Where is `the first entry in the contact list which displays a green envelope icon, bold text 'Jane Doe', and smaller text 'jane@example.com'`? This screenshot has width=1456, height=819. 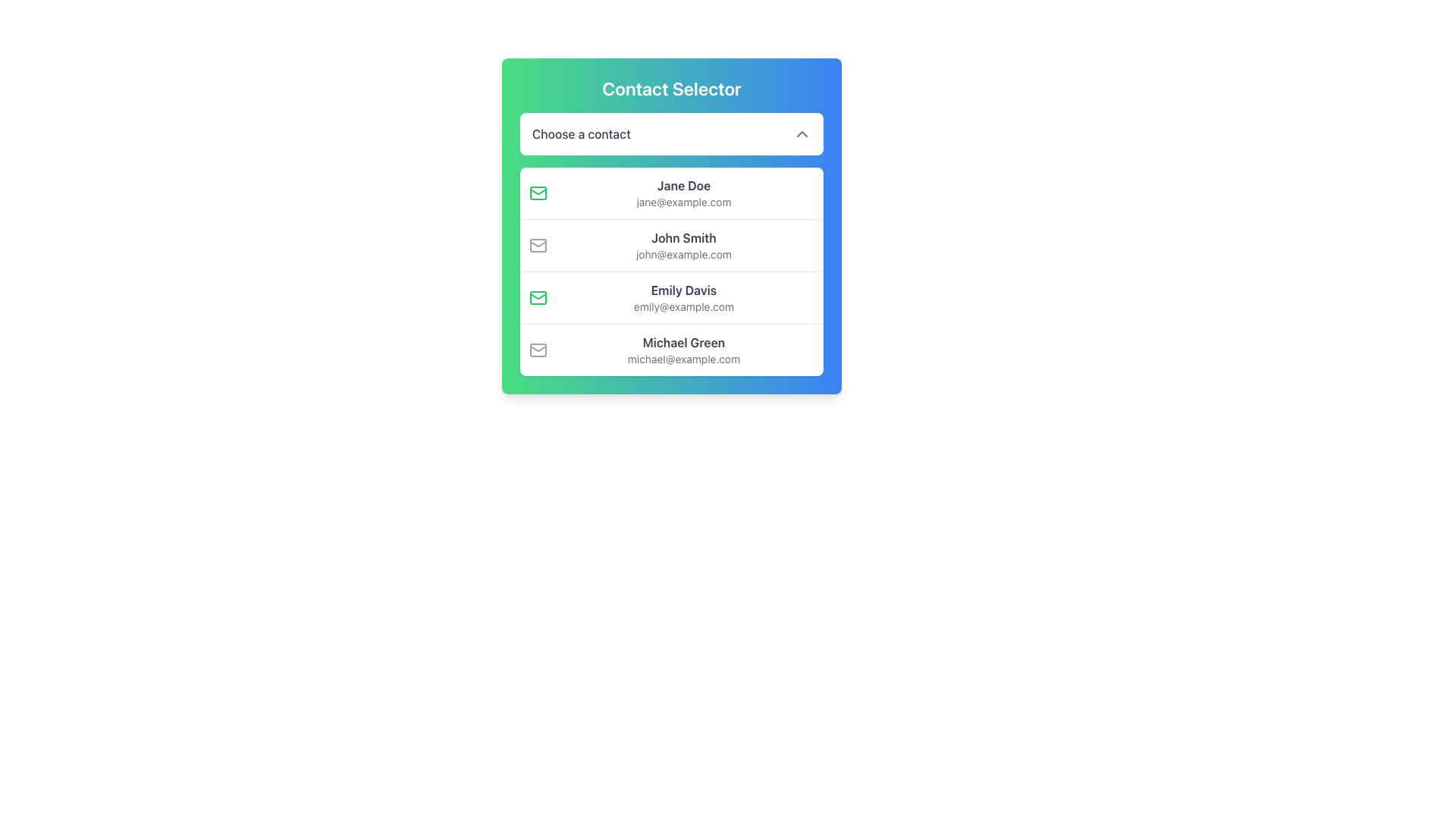 the first entry in the contact list which displays a green envelope icon, bold text 'Jane Doe', and smaller text 'jane@example.com' is located at coordinates (671, 192).